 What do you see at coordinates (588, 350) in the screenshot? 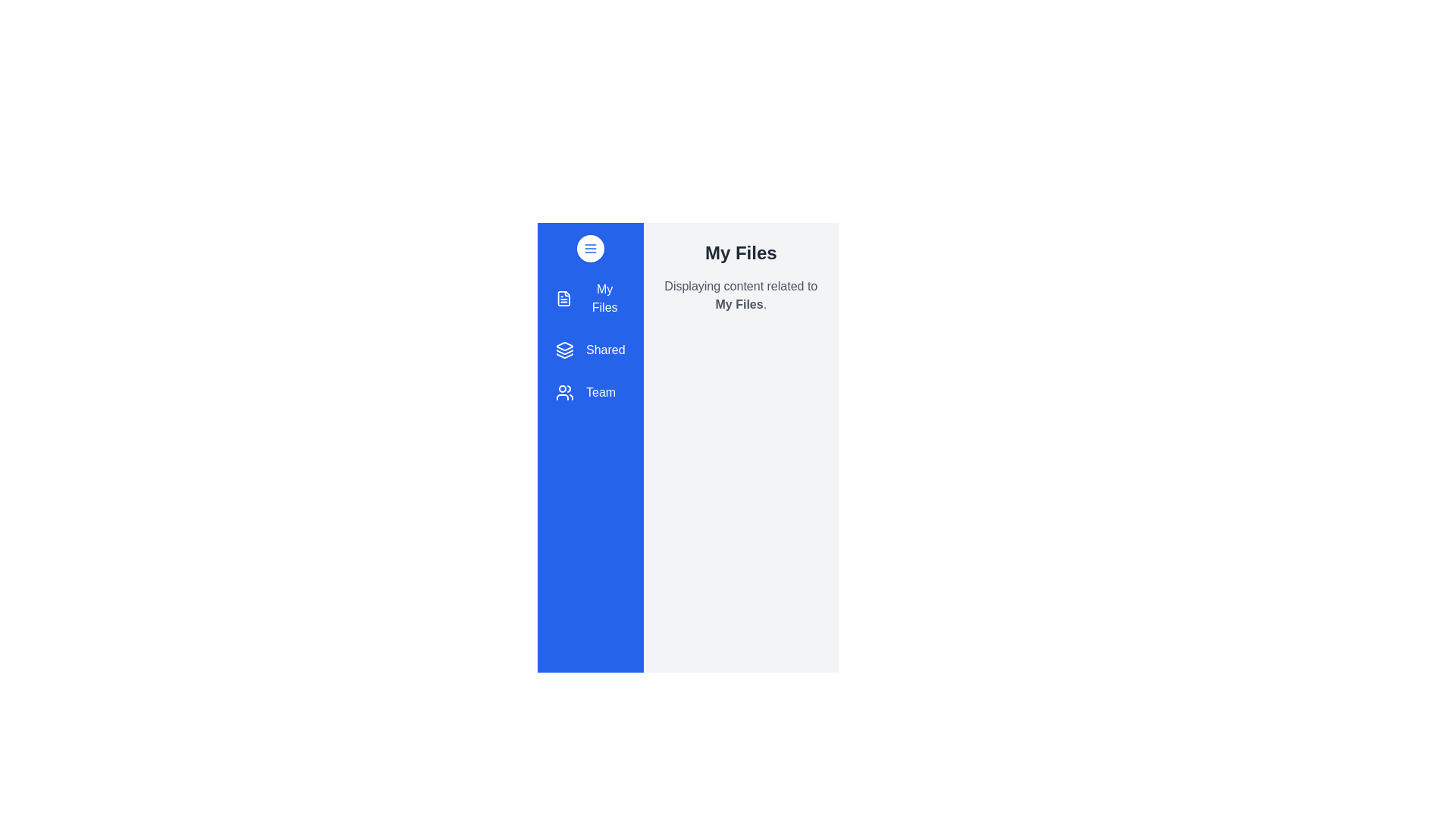
I see `the section Shared in the drawer to view its content` at bounding box center [588, 350].